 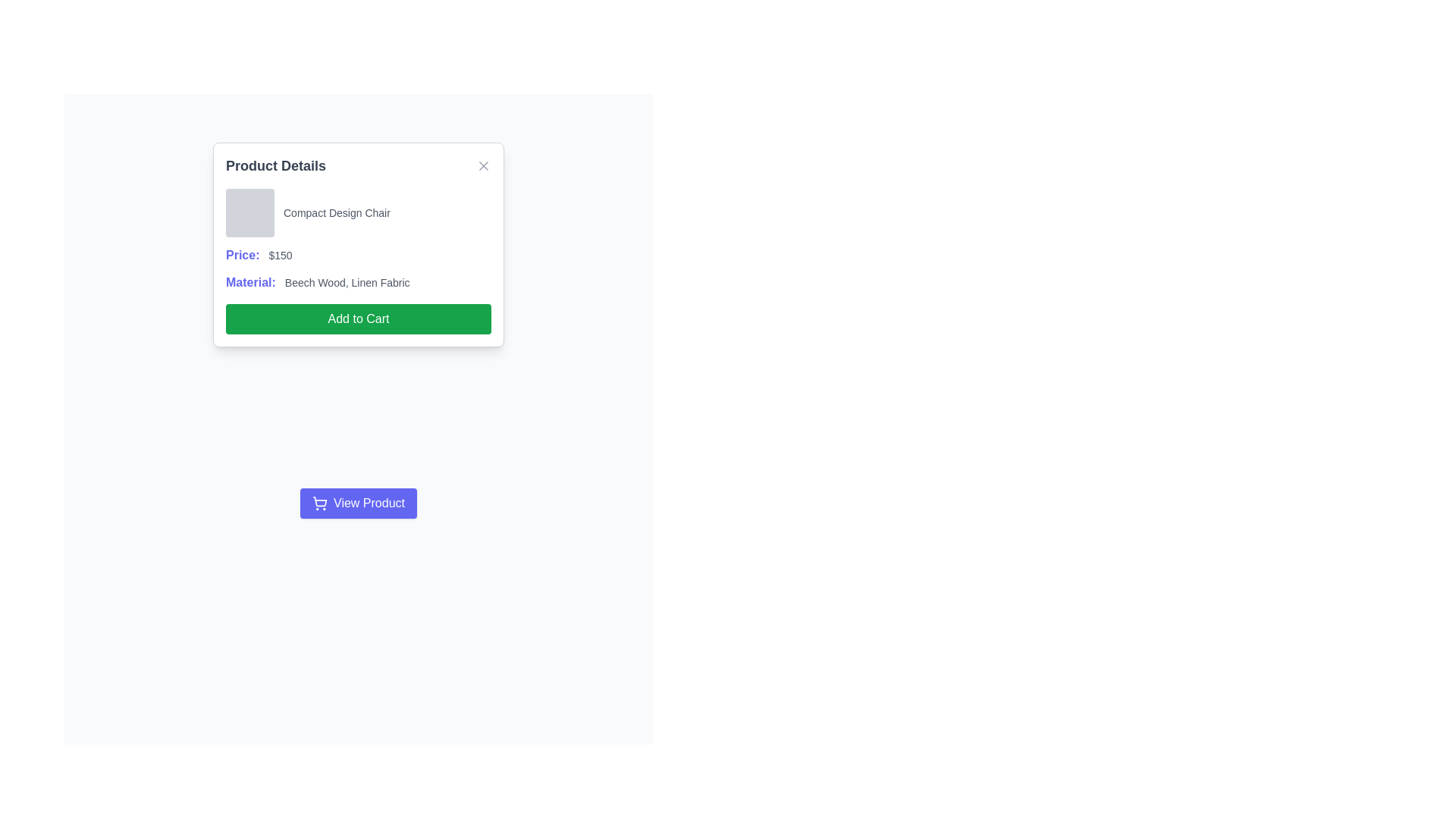 What do you see at coordinates (250, 283) in the screenshot?
I see `the text label that provides context for the material details, positioned below the 'Price' detail and preceding 'Beech Wood, Linen Fabric'` at bounding box center [250, 283].